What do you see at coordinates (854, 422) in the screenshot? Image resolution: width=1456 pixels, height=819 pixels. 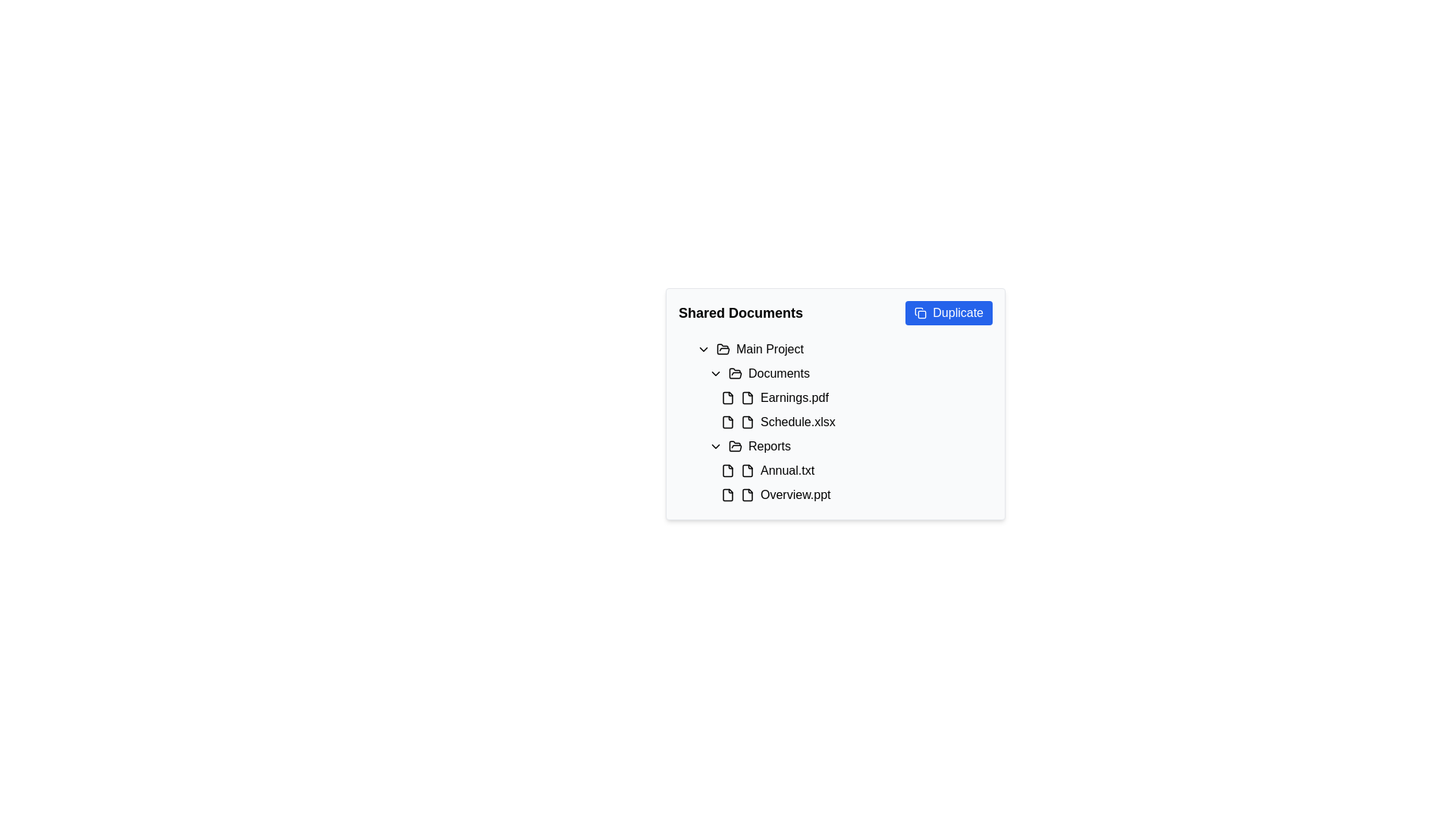 I see `the file display item labeled 'Schedule.xlsx'` at bounding box center [854, 422].